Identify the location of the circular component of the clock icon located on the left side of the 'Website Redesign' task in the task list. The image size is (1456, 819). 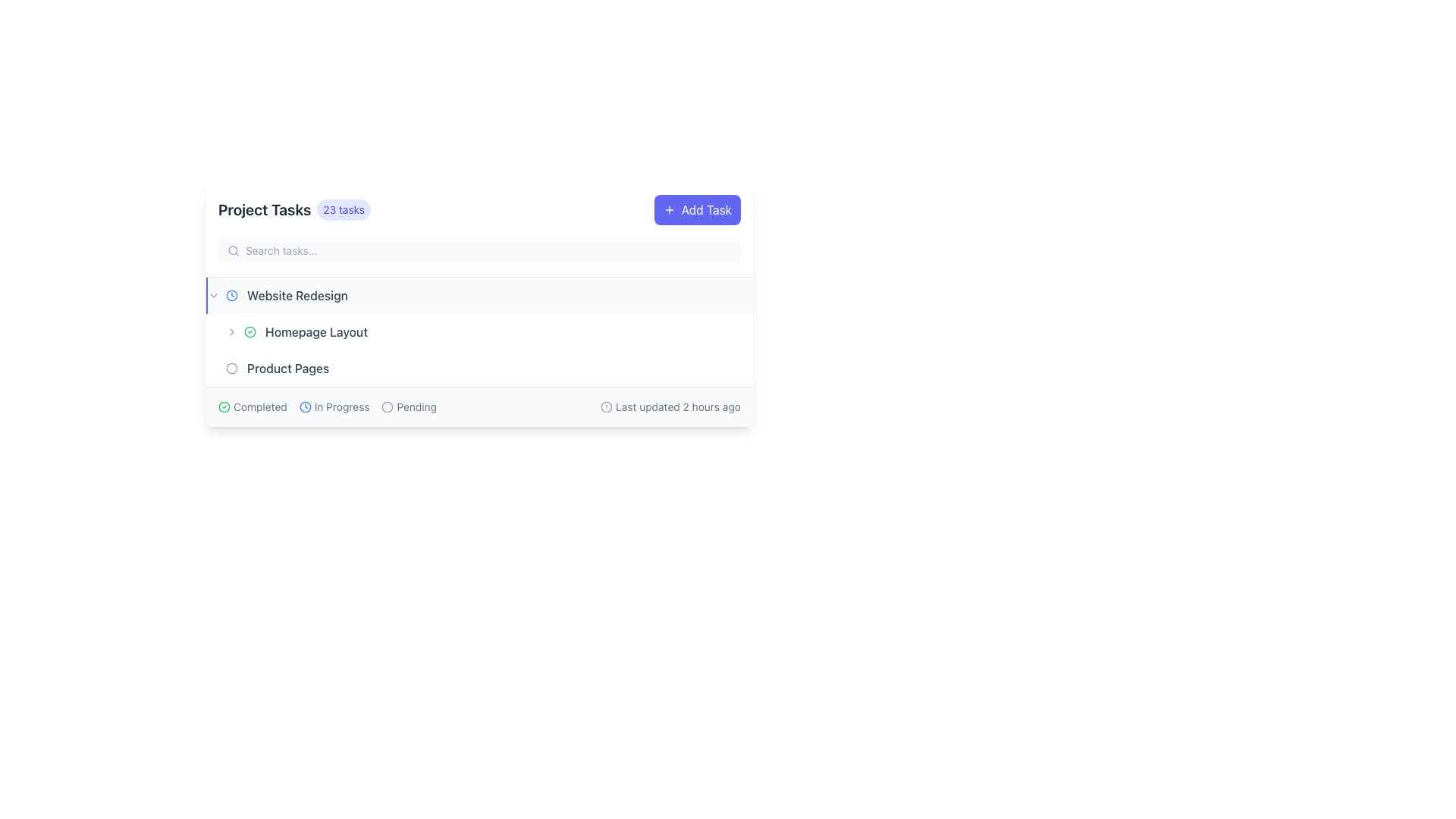
(231, 295).